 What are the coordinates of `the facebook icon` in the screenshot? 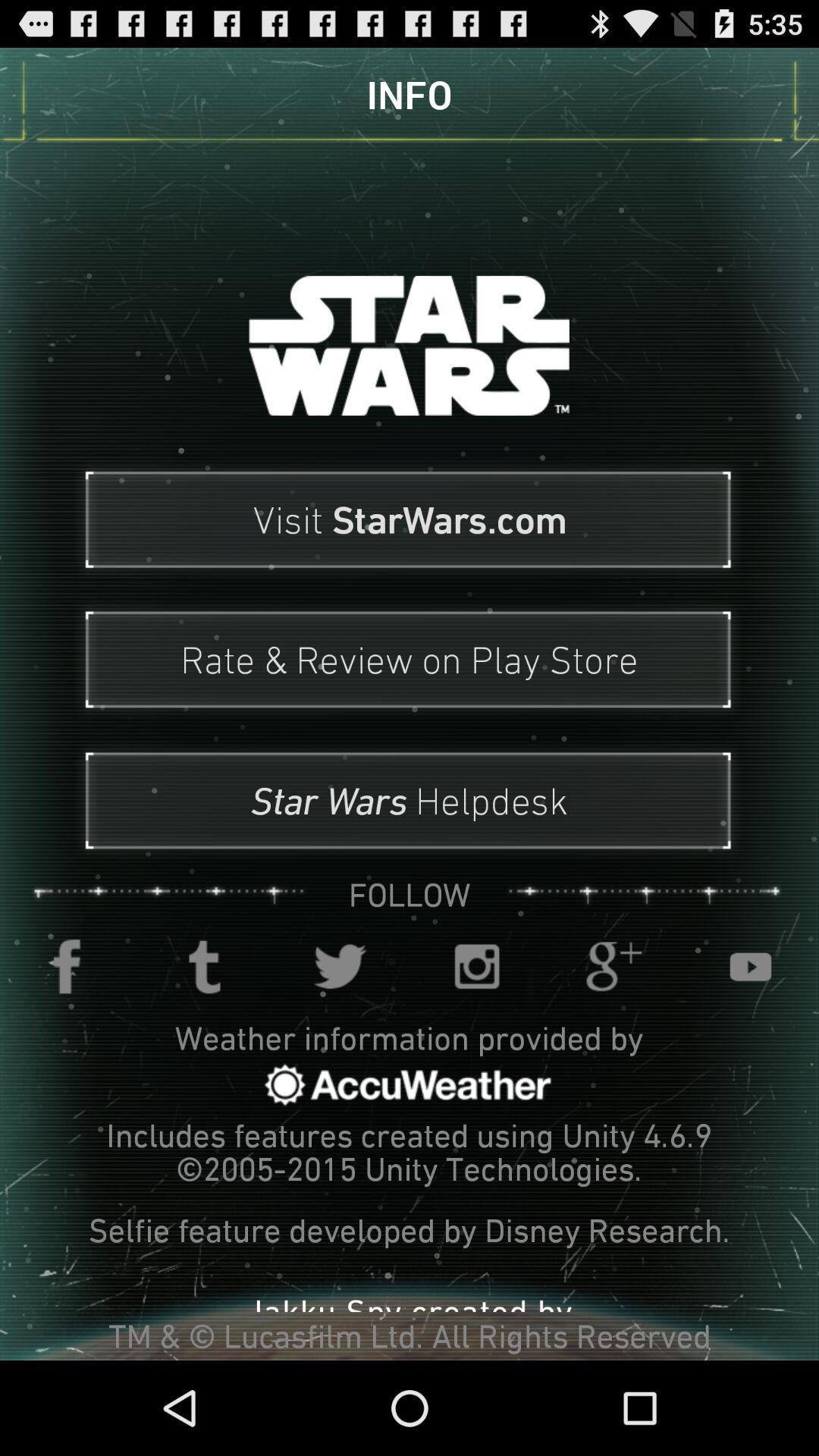 It's located at (67, 1033).